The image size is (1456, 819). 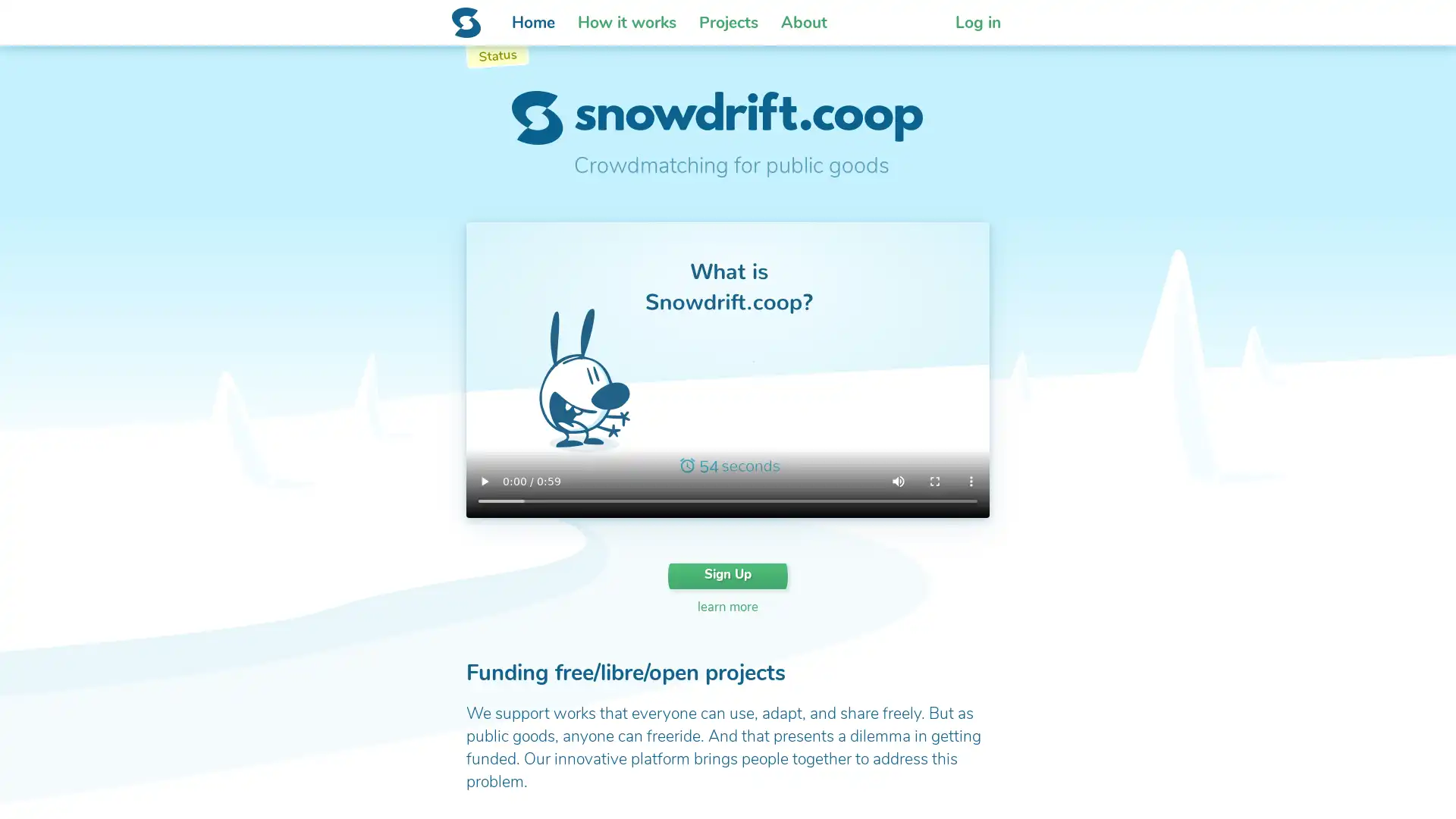 I want to click on mute, so click(x=899, y=482).